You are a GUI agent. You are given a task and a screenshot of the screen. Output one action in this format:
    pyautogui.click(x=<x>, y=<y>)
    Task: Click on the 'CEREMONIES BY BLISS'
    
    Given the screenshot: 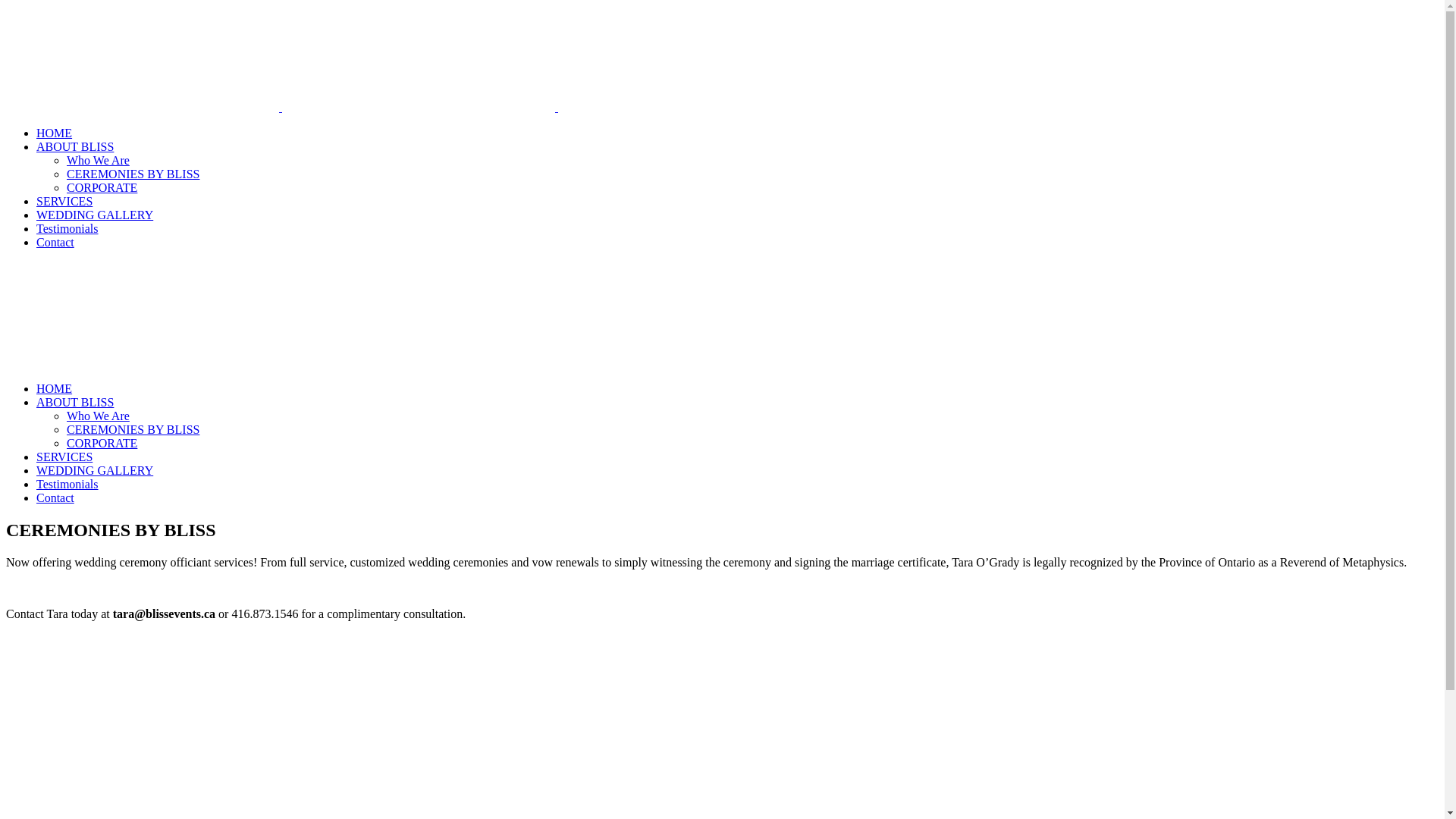 What is the action you would take?
    pyautogui.click(x=133, y=429)
    